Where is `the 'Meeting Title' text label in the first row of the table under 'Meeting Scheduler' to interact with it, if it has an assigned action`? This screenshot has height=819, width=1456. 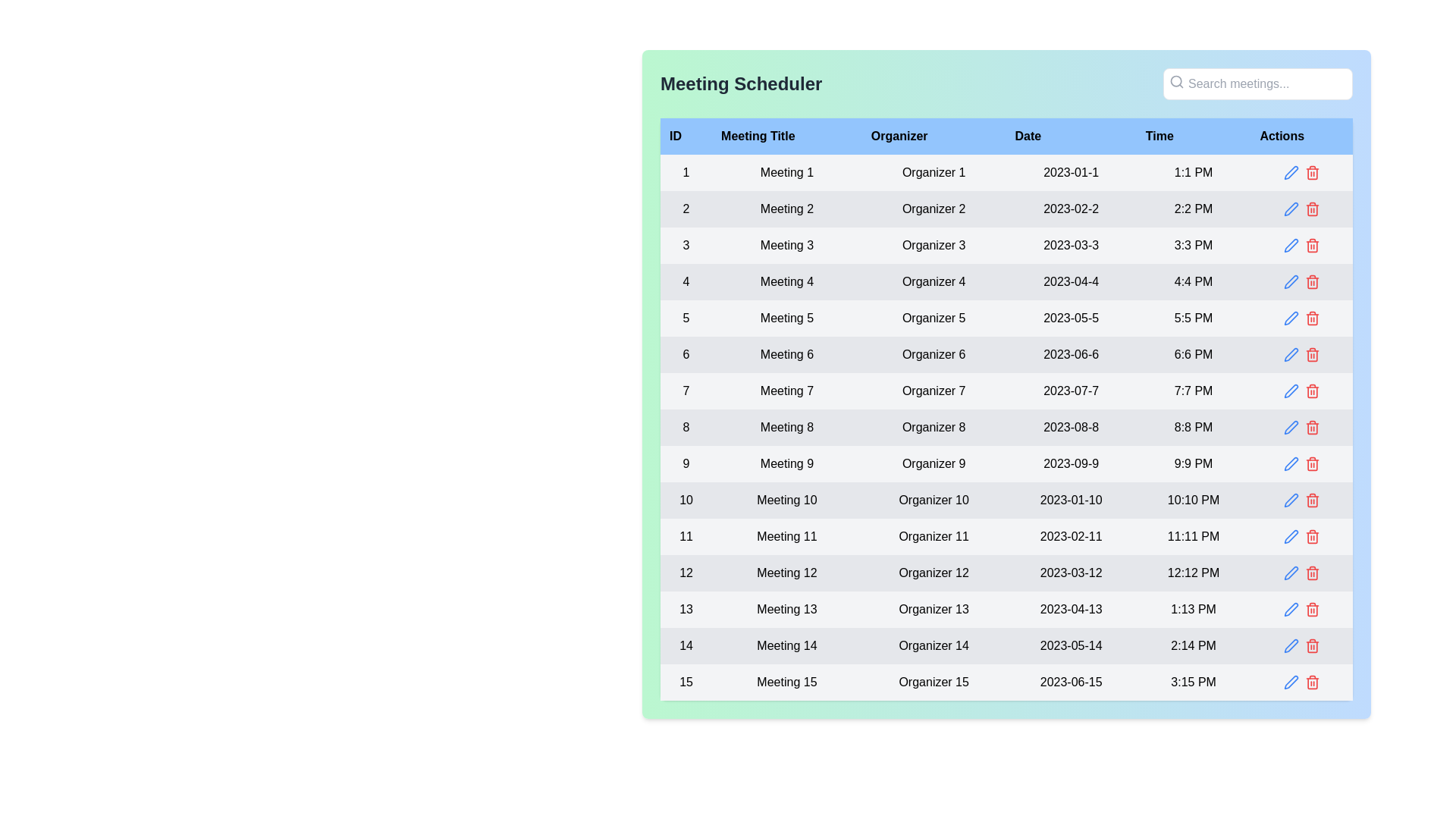
the 'Meeting Title' text label in the first row of the table under 'Meeting Scheduler' to interact with it, if it has an assigned action is located at coordinates (786, 171).